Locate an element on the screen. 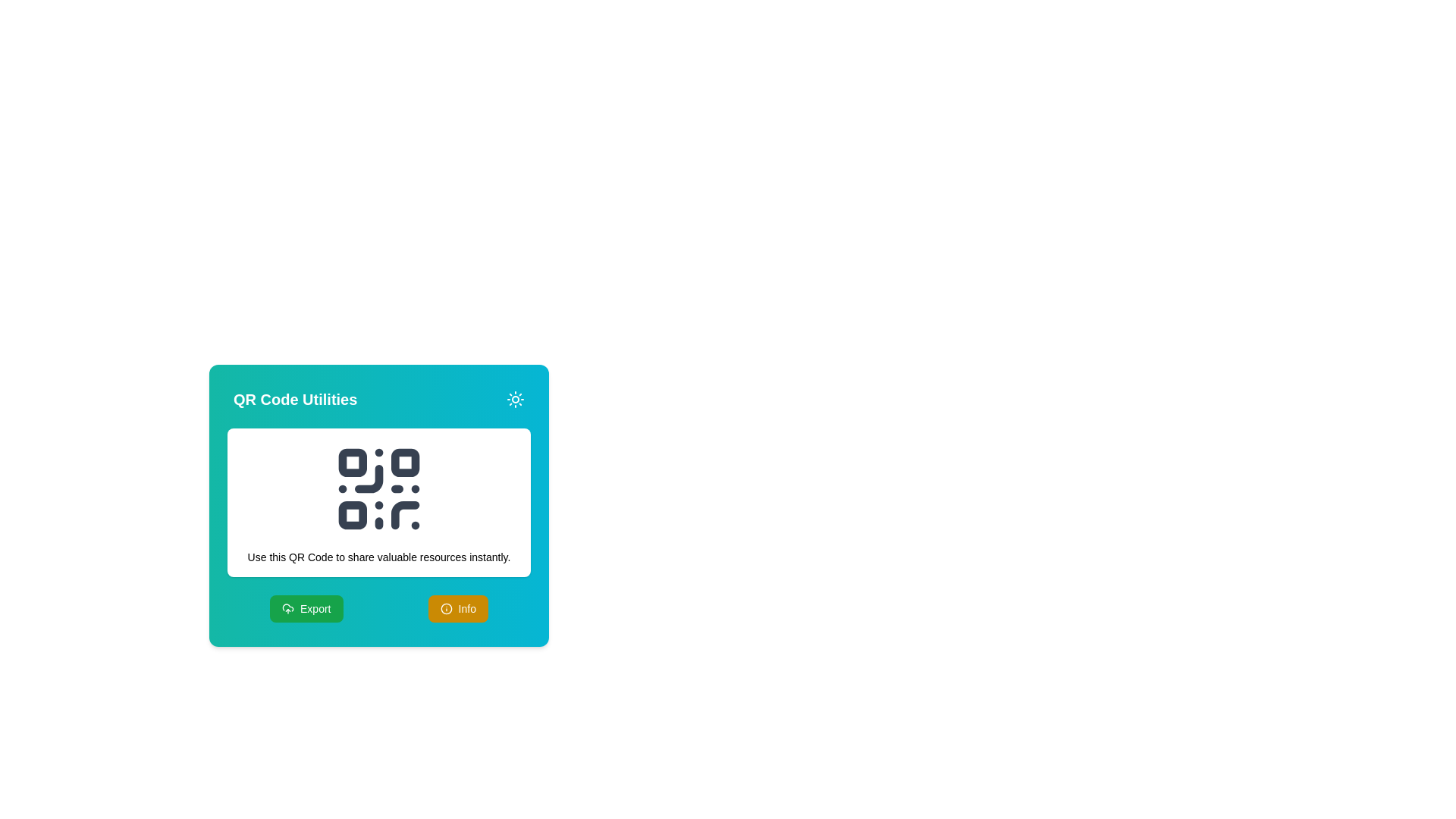 The image size is (1456, 819). the small square with rounded corners located in the upper-right region of the QR code graphic is located at coordinates (405, 462).